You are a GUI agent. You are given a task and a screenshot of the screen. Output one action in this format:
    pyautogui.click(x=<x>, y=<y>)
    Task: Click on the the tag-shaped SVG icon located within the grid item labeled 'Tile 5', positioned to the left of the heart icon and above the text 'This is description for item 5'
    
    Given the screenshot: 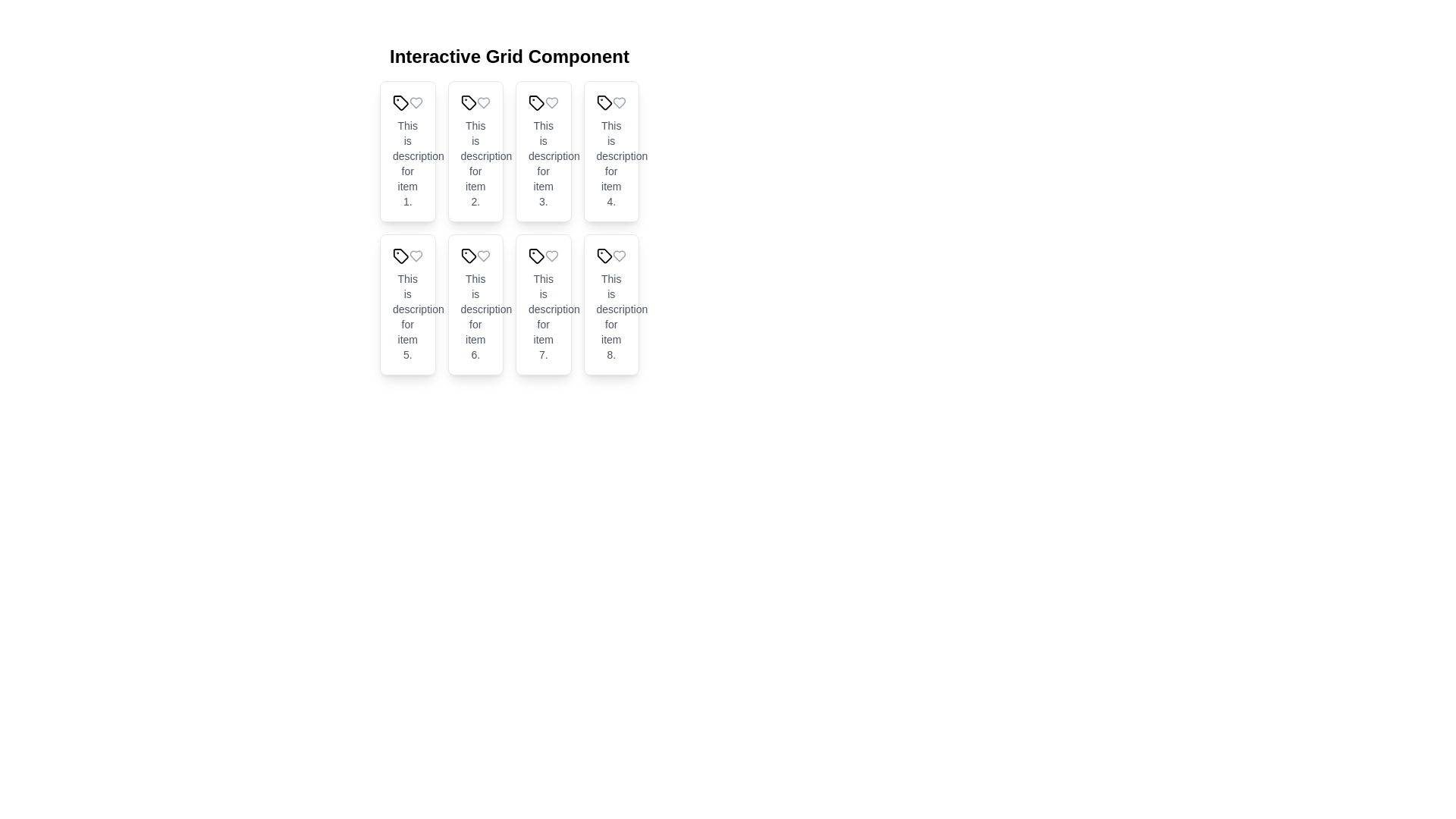 What is the action you would take?
    pyautogui.click(x=400, y=256)
    